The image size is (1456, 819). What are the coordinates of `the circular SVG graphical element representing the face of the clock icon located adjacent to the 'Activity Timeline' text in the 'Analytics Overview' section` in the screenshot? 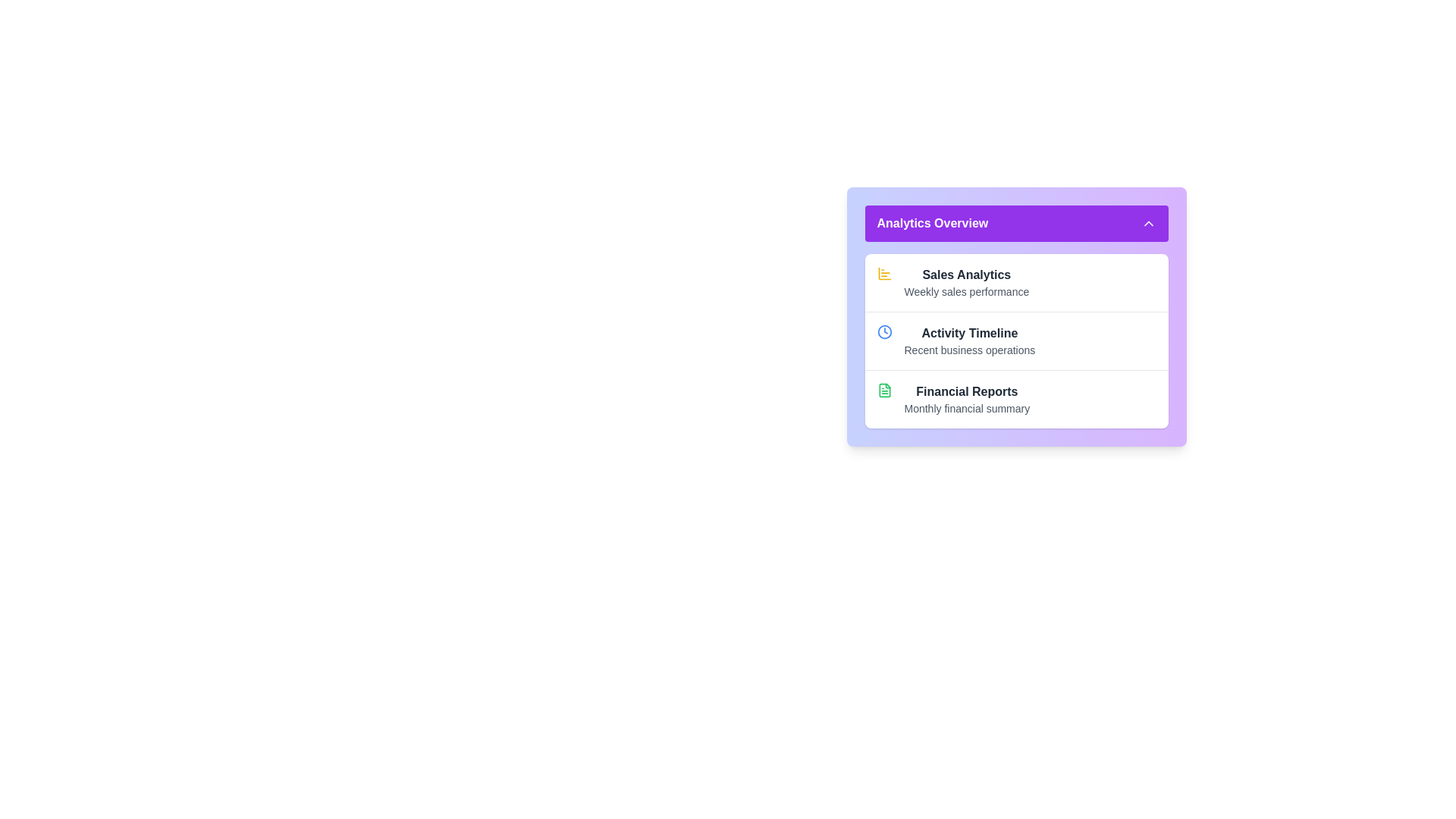 It's located at (884, 331).